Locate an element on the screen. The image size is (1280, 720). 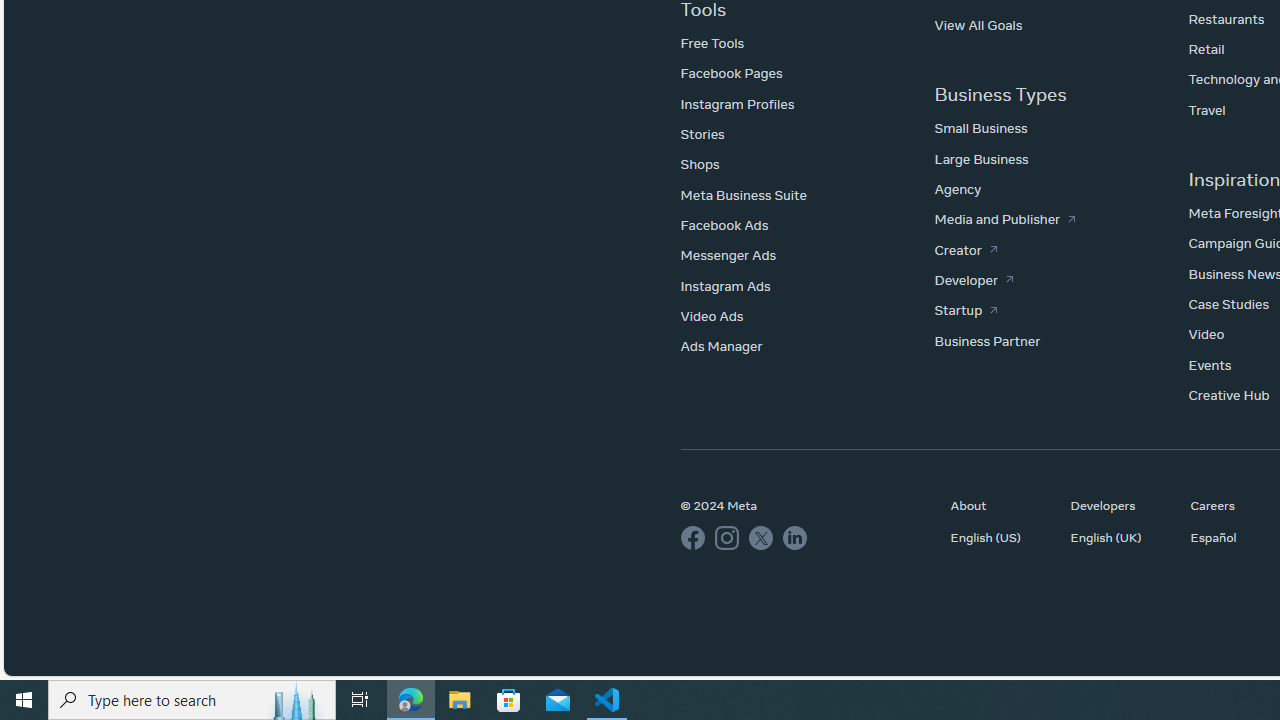
'Travel' is located at coordinates (1206, 109).